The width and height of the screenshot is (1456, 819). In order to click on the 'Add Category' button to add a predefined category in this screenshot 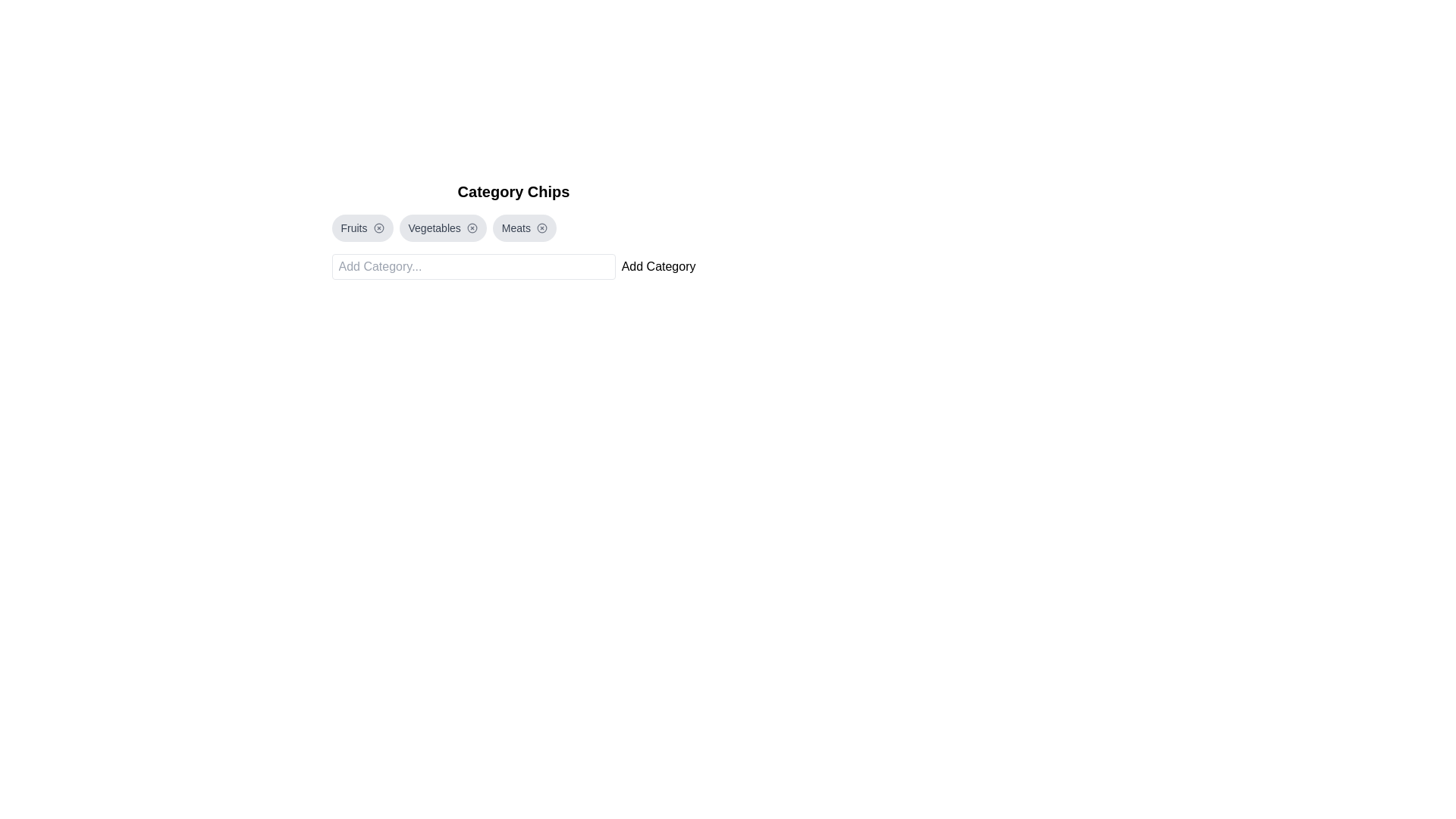, I will do `click(658, 265)`.